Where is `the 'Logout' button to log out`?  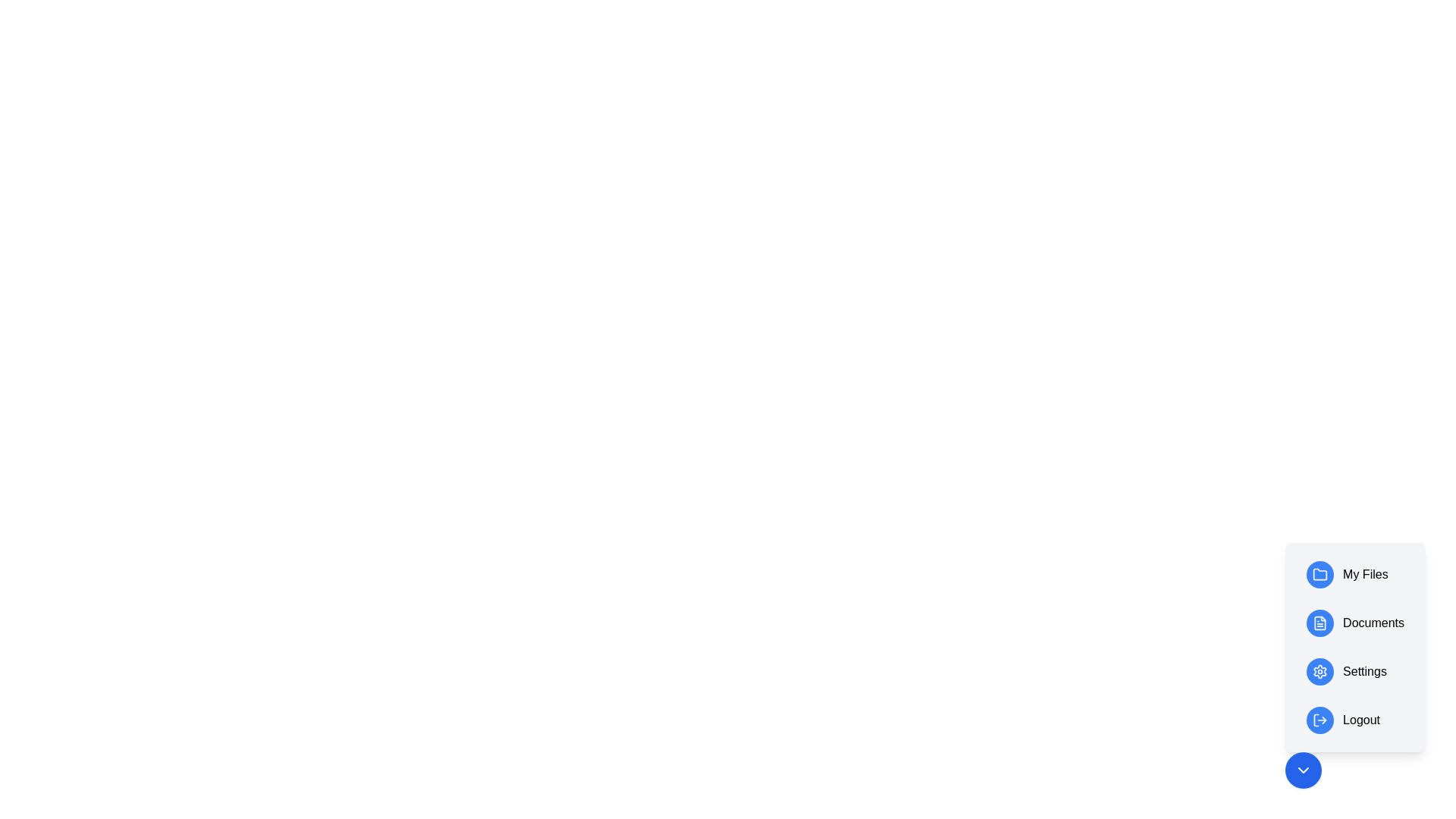 the 'Logout' button to log out is located at coordinates (1355, 719).